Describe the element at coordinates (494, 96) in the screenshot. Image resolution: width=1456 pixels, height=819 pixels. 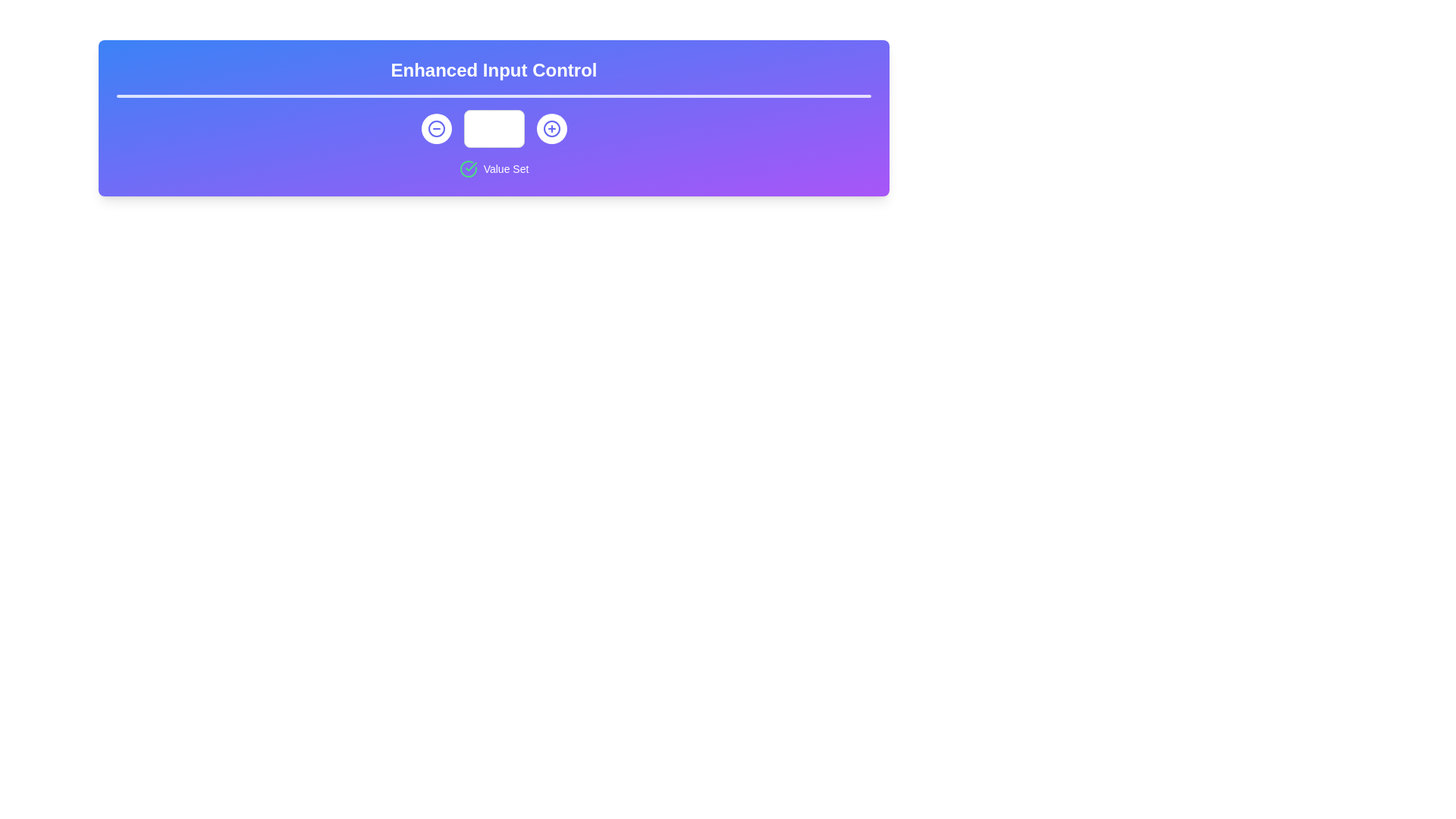
I see `the Visual Divider located directly underneath the title text 'Enhanced Input Control', serving as a decorative separator between the title and the controls below` at that location.